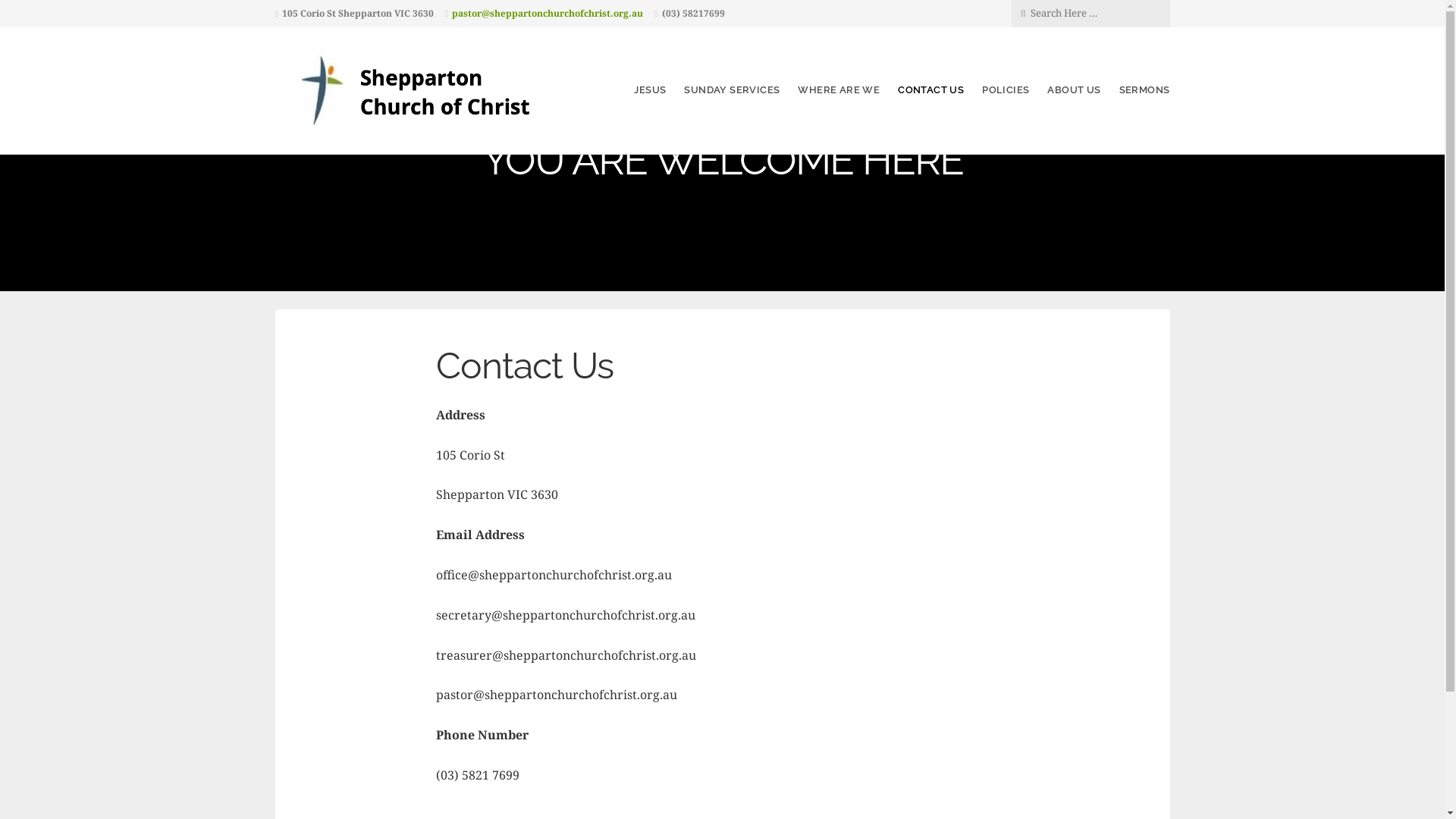 This screenshot has width=1456, height=819. What do you see at coordinates (930, 89) in the screenshot?
I see `'CONTACT US'` at bounding box center [930, 89].